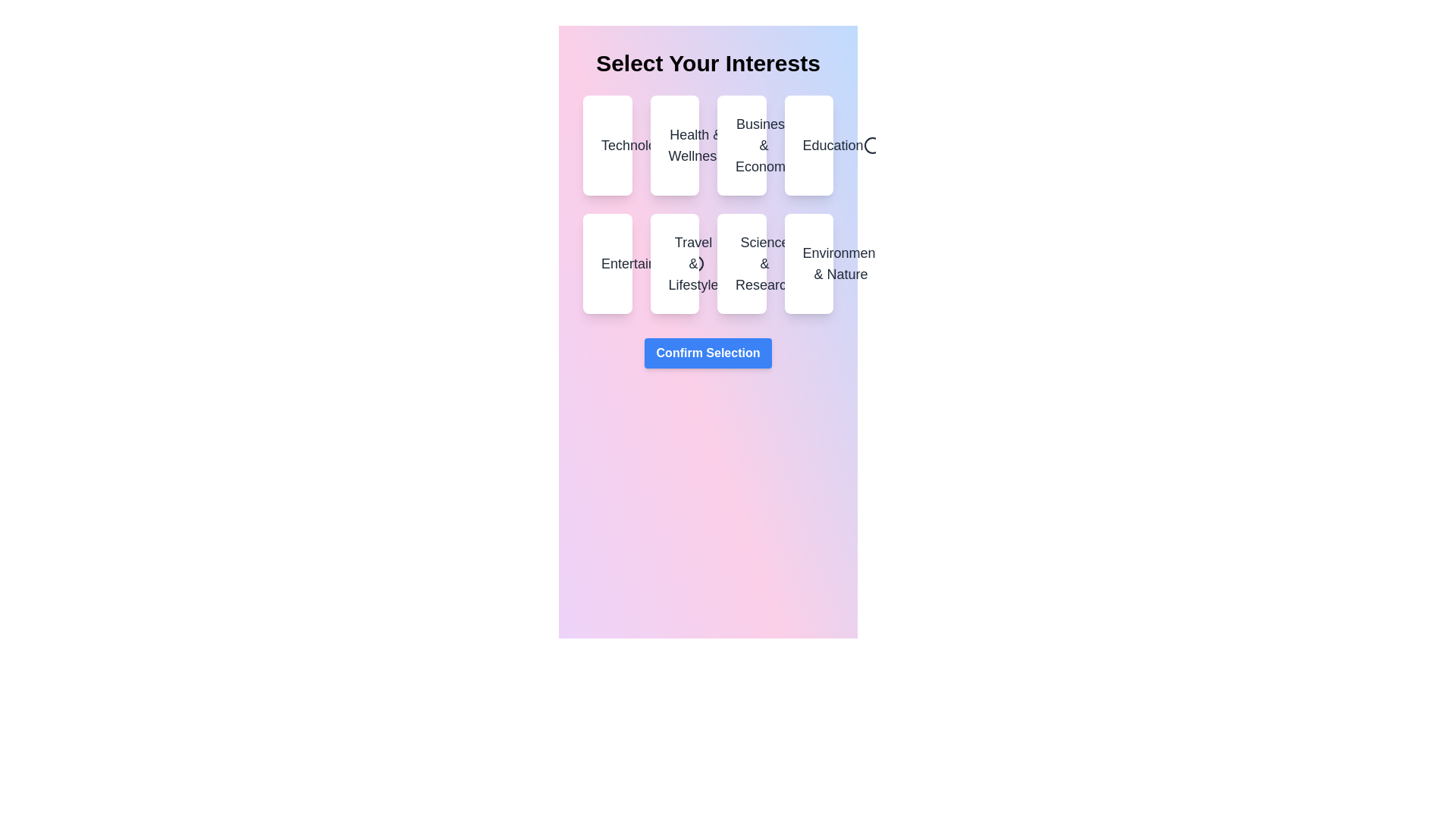 The width and height of the screenshot is (1456, 819). I want to click on the category Technology by clicking on it, so click(607, 146).